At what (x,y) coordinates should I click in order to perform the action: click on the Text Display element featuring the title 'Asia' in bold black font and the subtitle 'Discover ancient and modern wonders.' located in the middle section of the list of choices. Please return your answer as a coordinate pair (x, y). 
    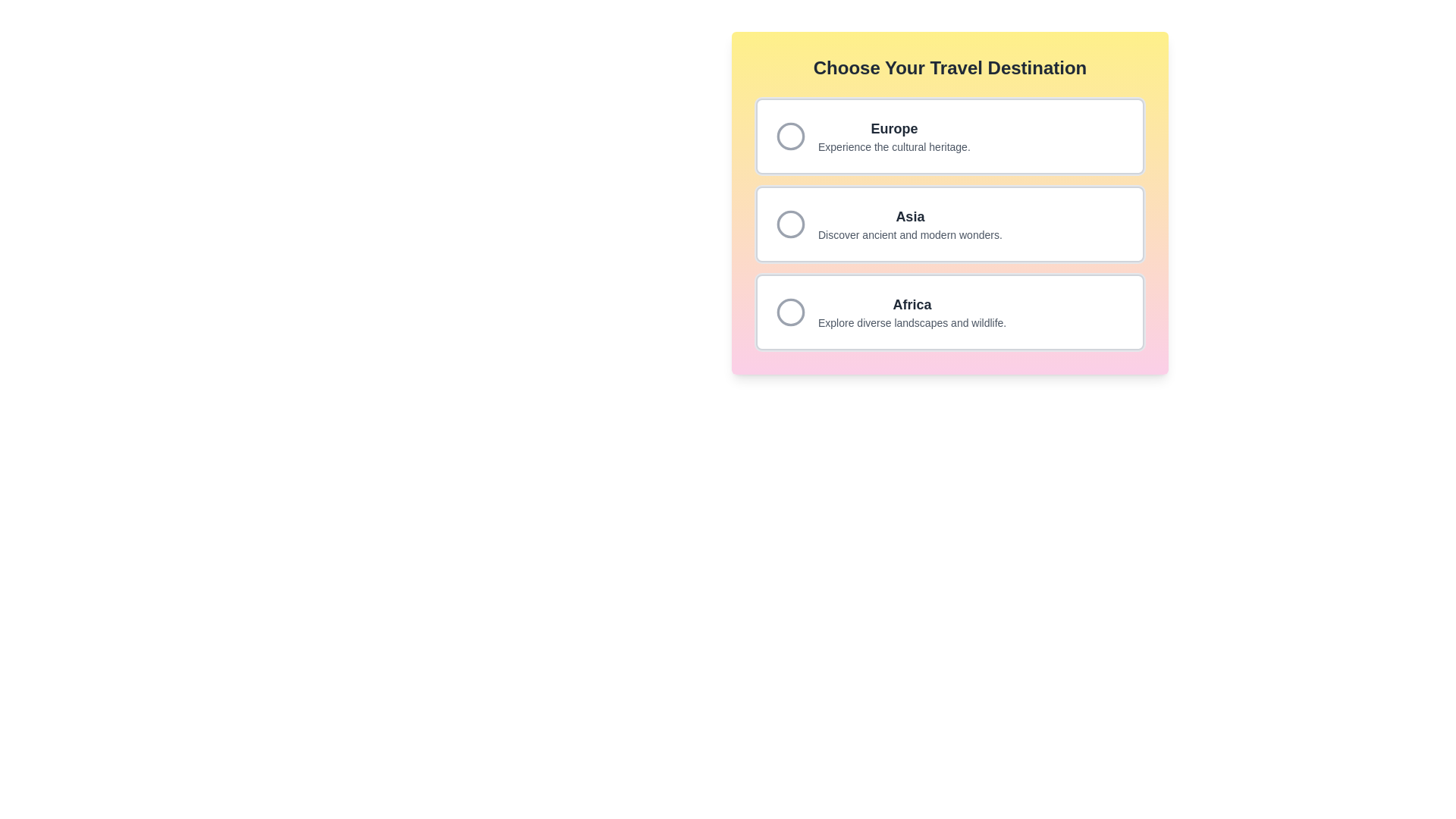
    Looking at the image, I should click on (910, 224).